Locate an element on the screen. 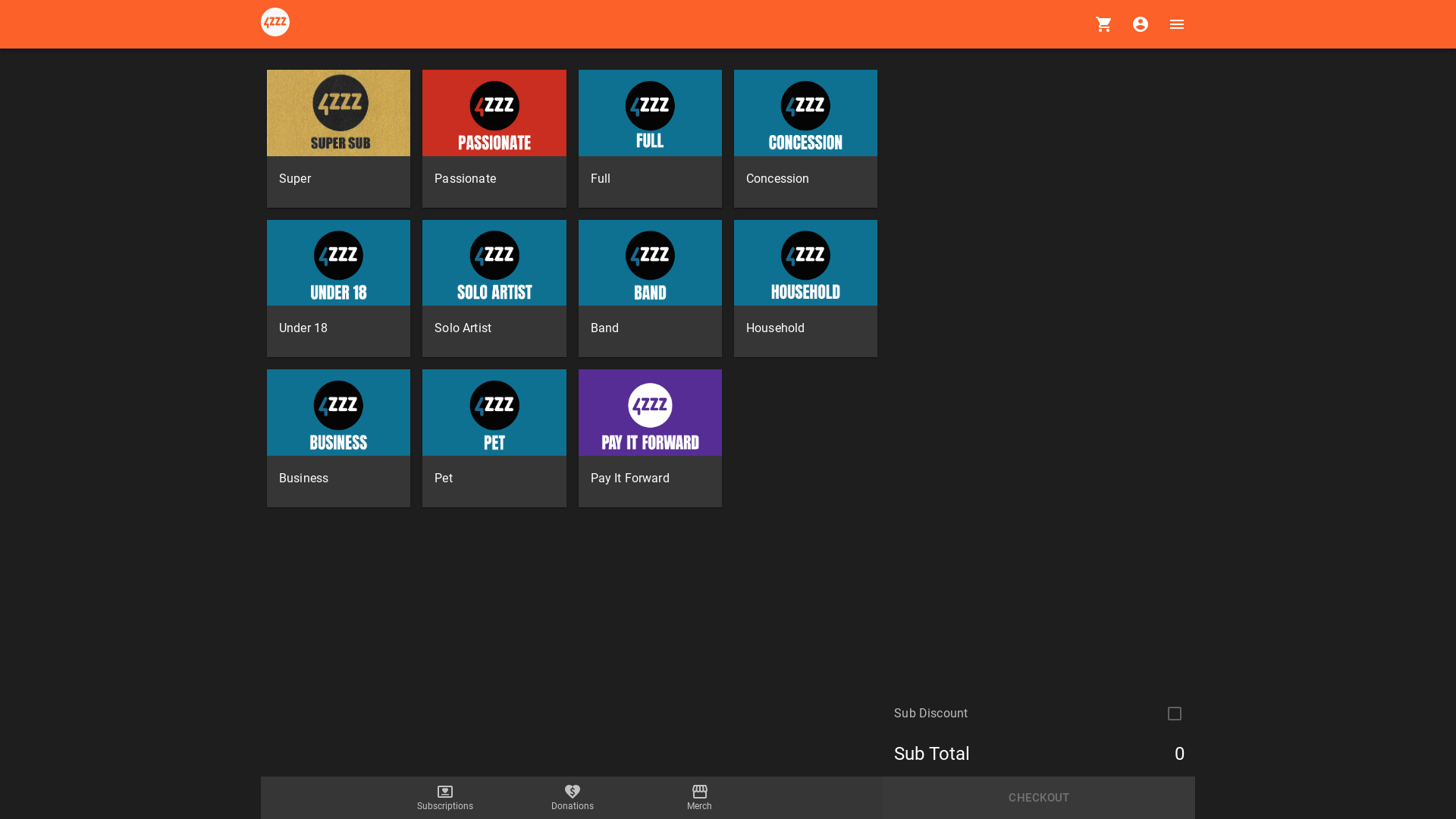 This screenshot has height=819, width=1456. '0' is located at coordinates (1103, 24).